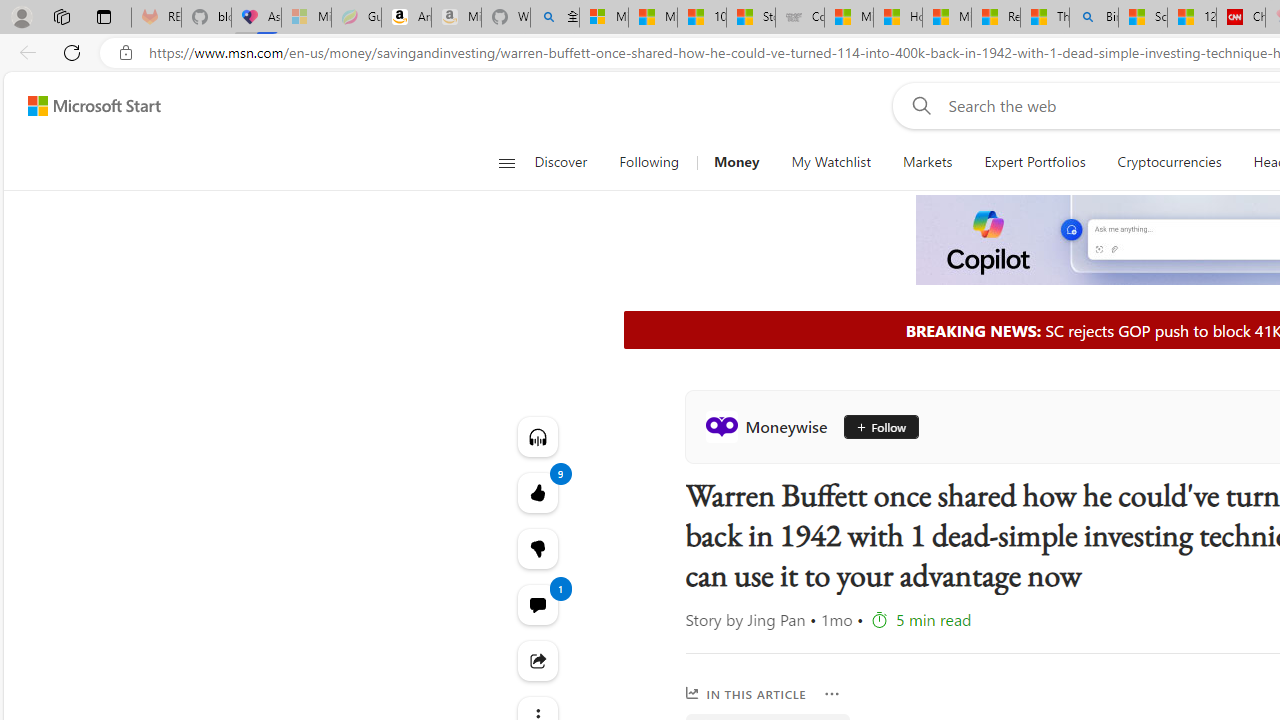 The image size is (1280, 720). What do you see at coordinates (926, 162) in the screenshot?
I see `'Markets'` at bounding box center [926, 162].